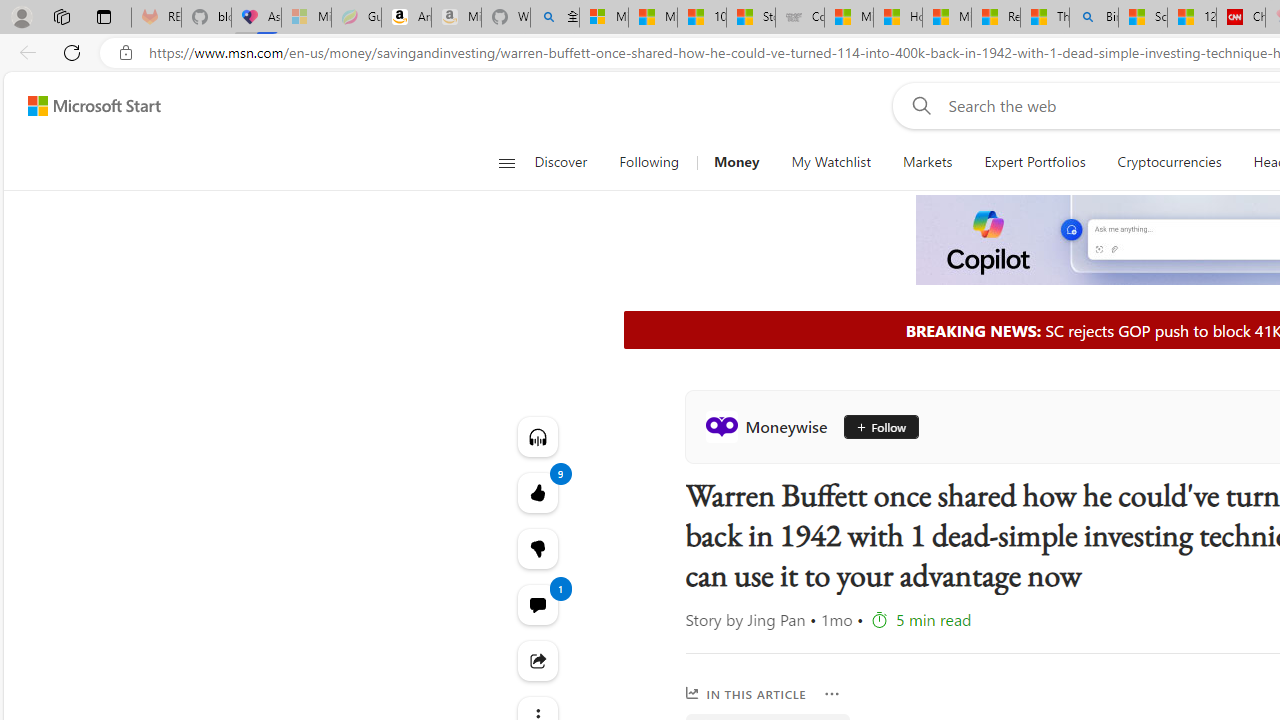 The image size is (1280, 720). What do you see at coordinates (926, 162) in the screenshot?
I see `'Markets'` at bounding box center [926, 162].